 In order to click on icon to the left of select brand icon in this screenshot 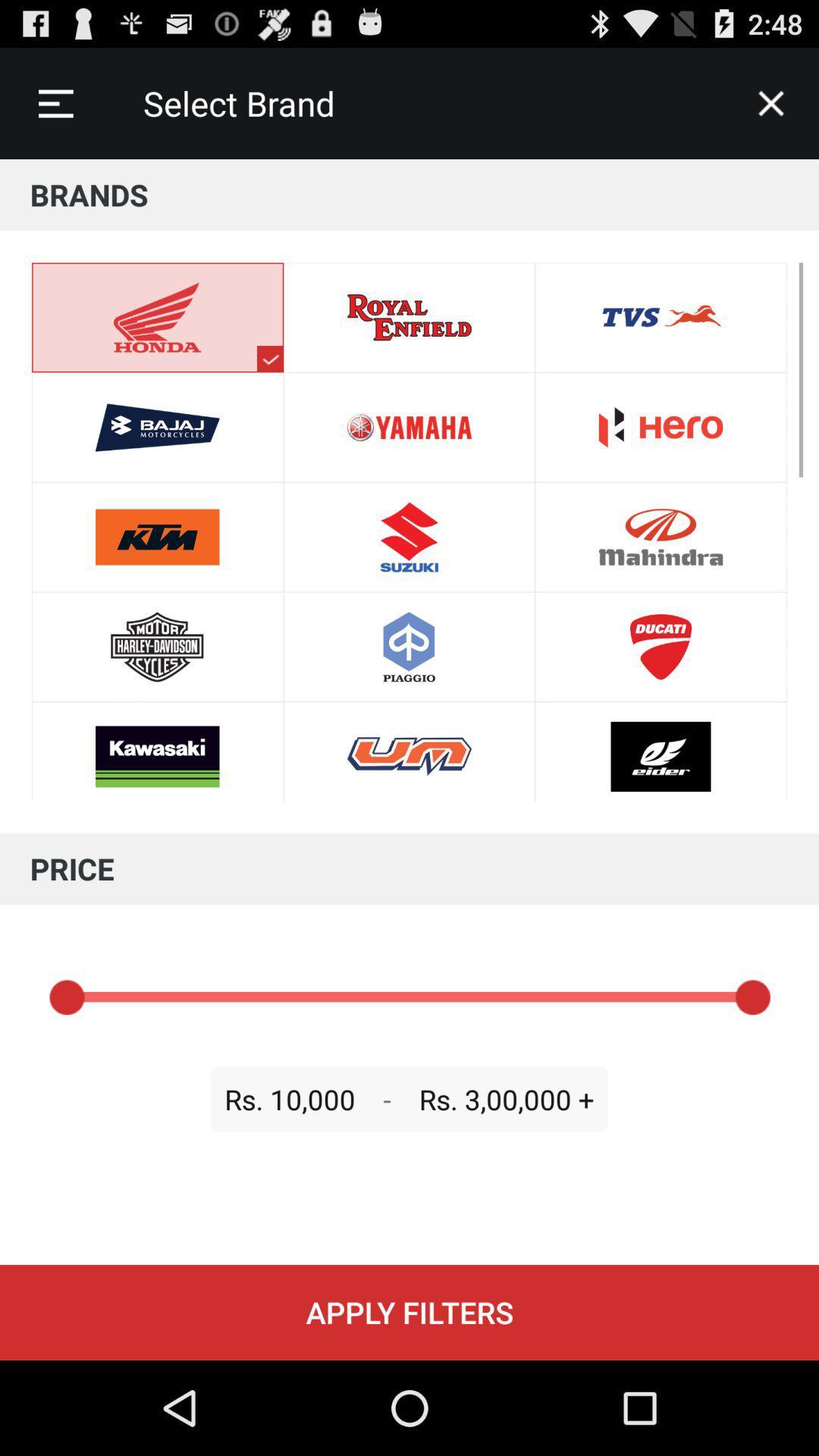, I will do `click(55, 102)`.